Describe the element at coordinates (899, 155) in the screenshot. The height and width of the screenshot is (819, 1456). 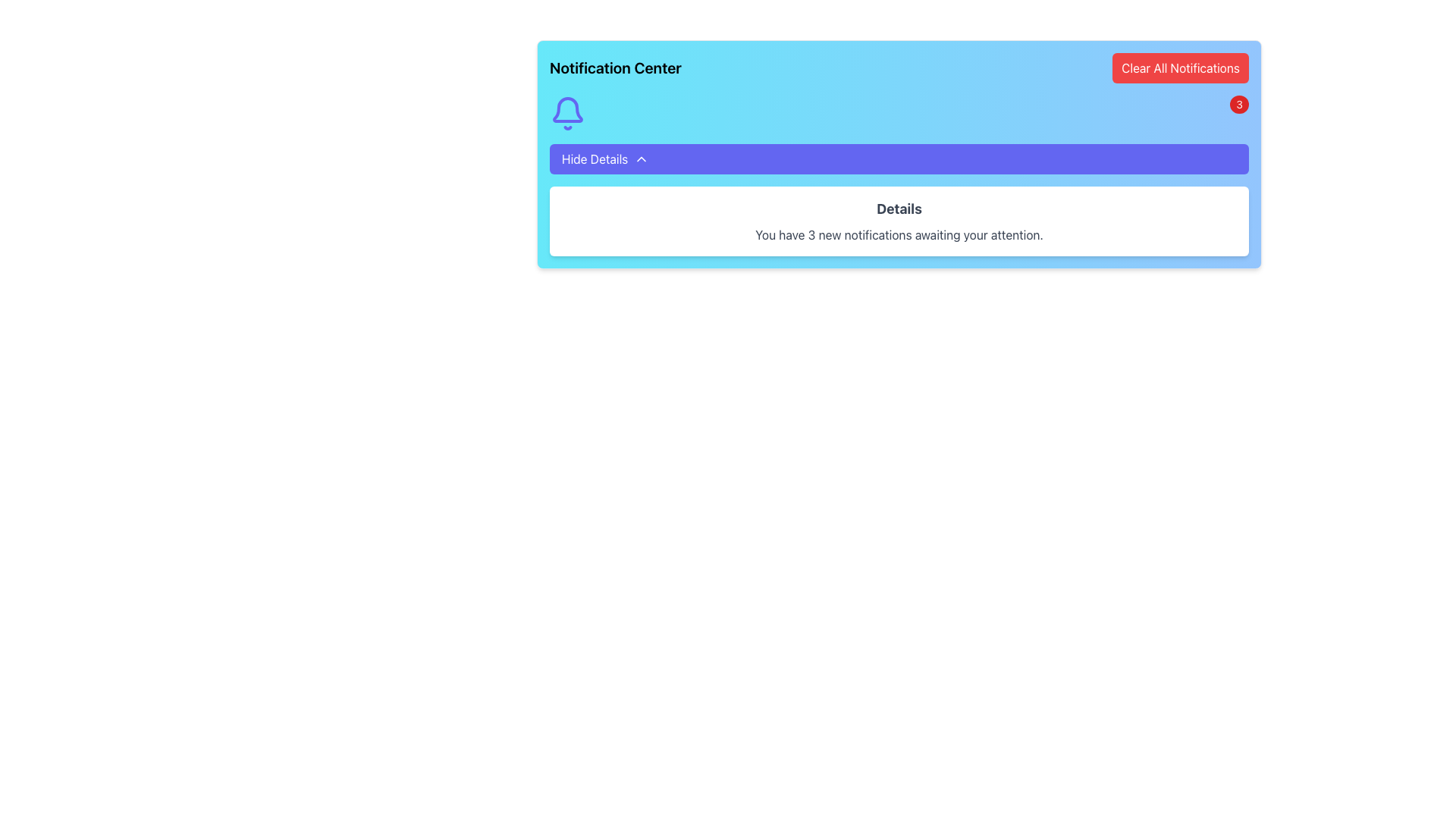
I see `the 'Hide Details' button on the notification center Composite Panel` at that location.